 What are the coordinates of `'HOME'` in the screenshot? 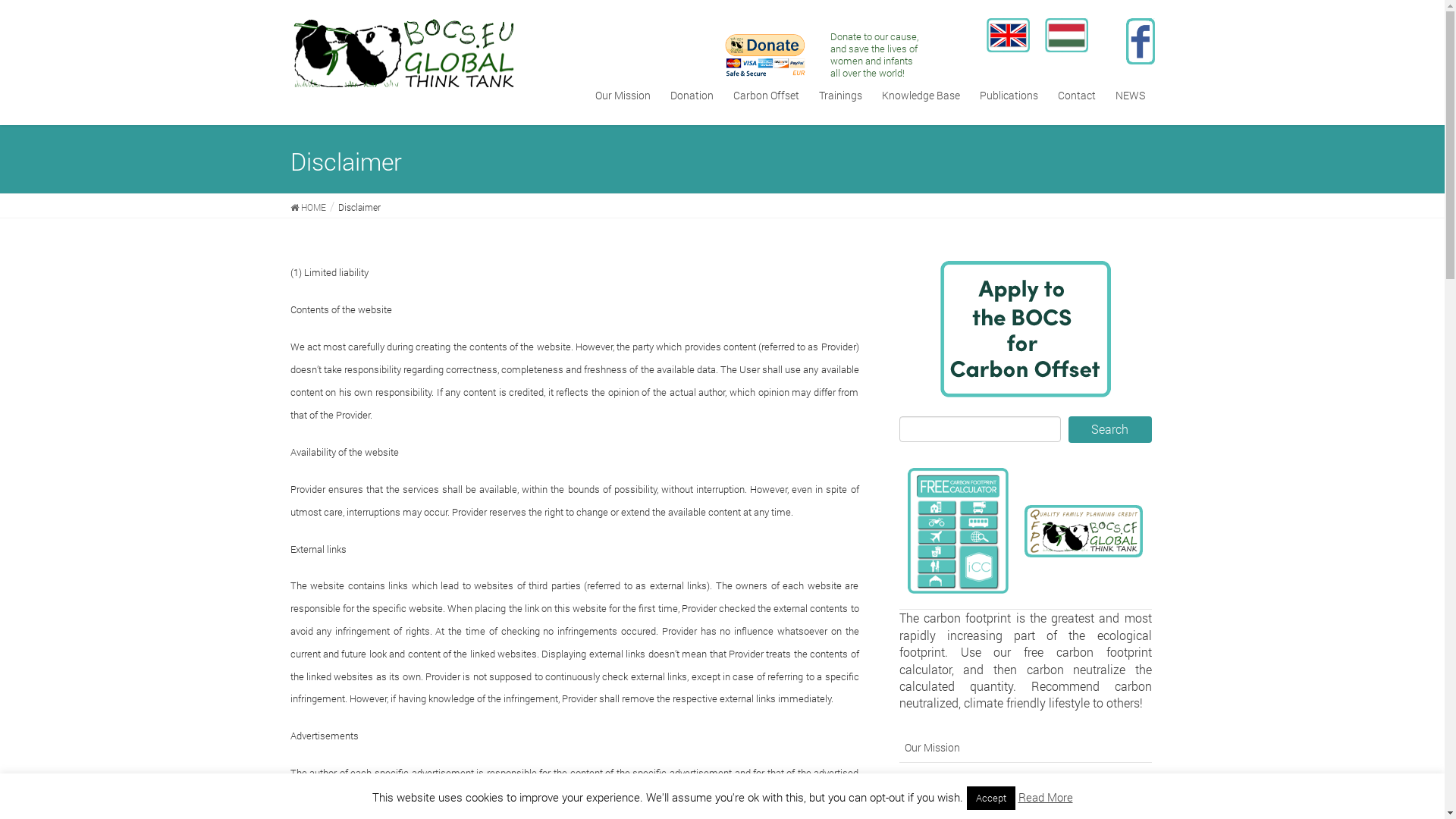 It's located at (306, 206).